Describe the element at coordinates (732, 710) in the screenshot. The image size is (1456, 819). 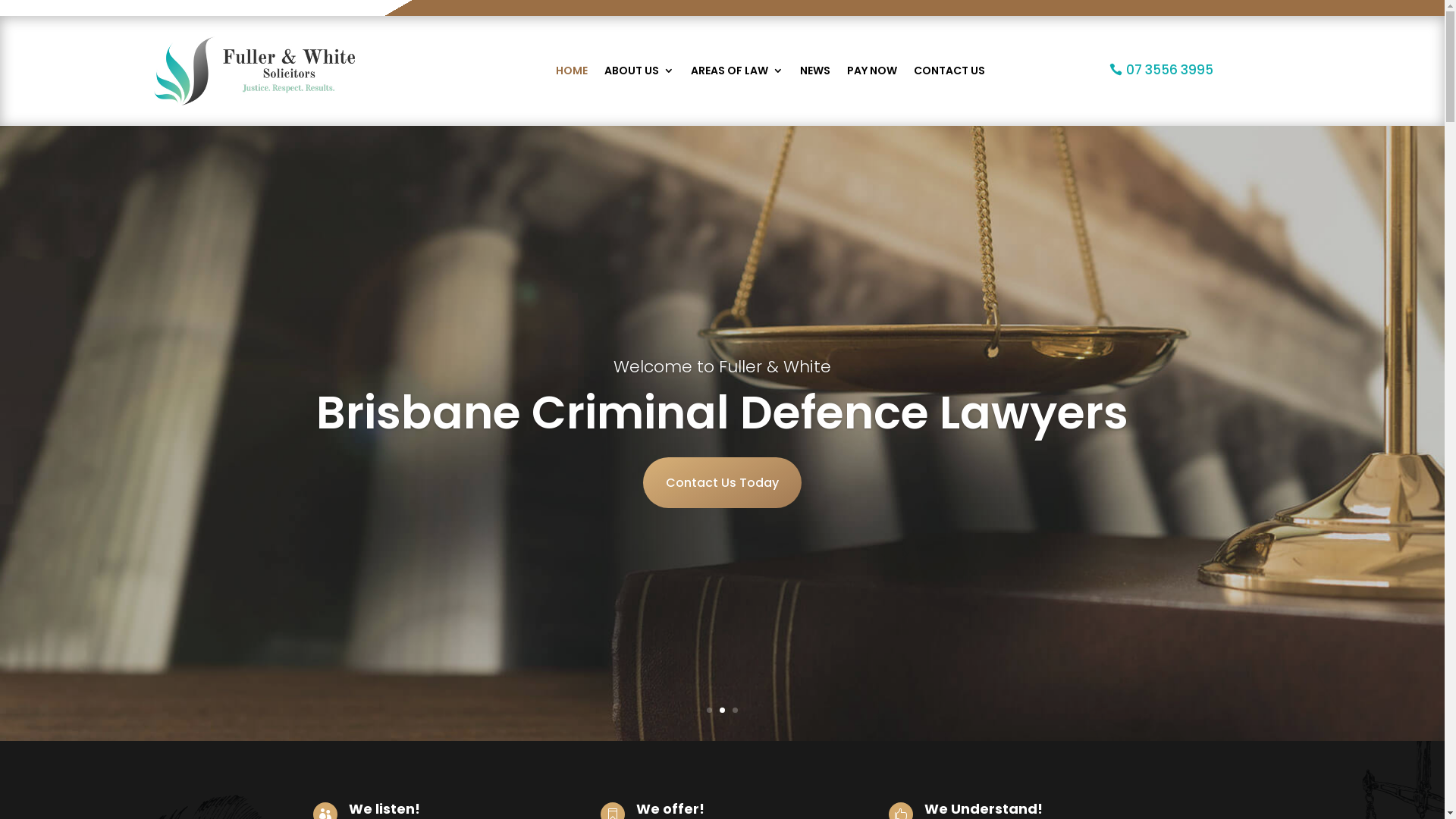
I see `'3'` at that location.